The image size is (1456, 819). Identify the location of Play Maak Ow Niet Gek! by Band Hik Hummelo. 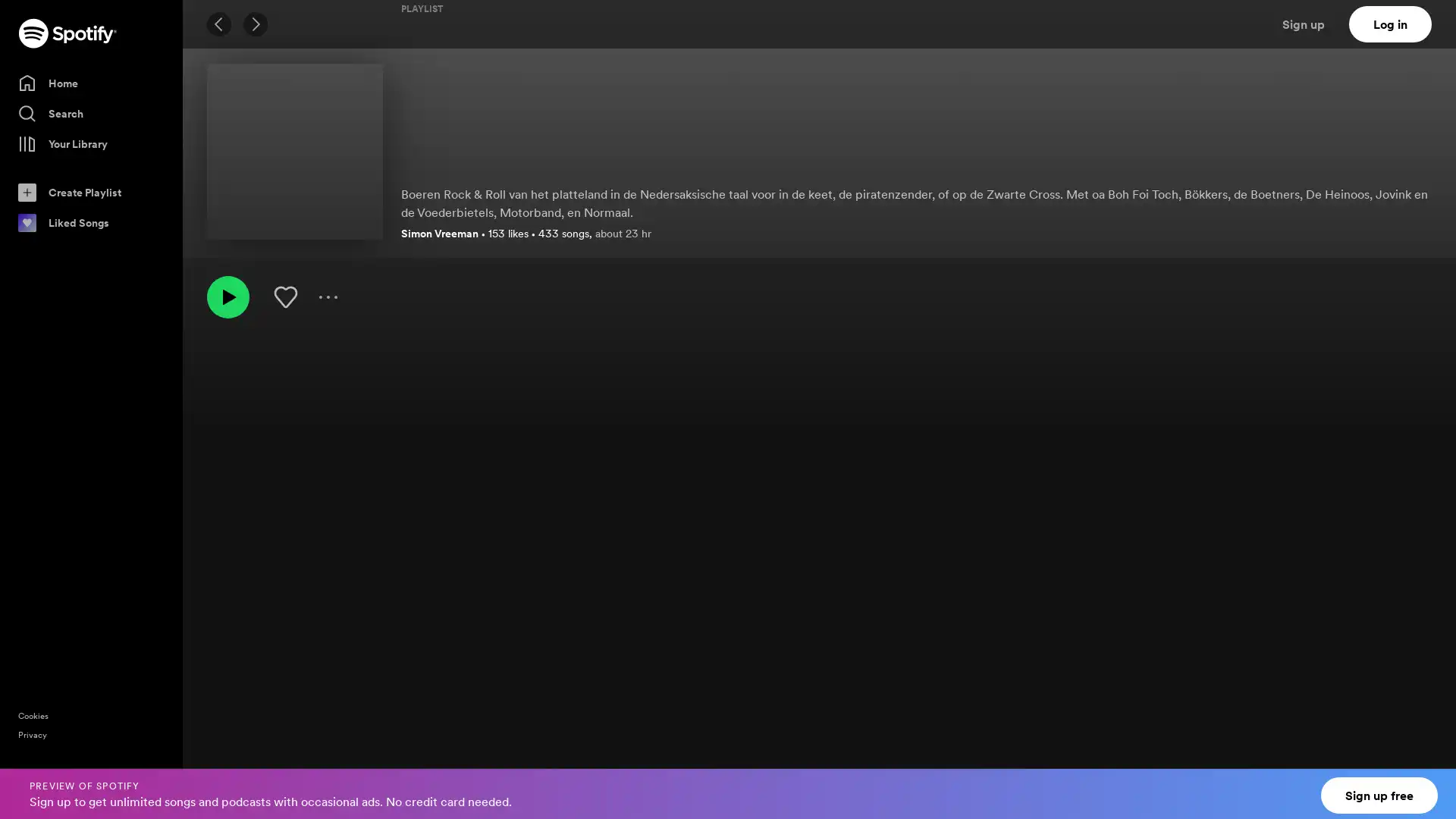
(225, 568).